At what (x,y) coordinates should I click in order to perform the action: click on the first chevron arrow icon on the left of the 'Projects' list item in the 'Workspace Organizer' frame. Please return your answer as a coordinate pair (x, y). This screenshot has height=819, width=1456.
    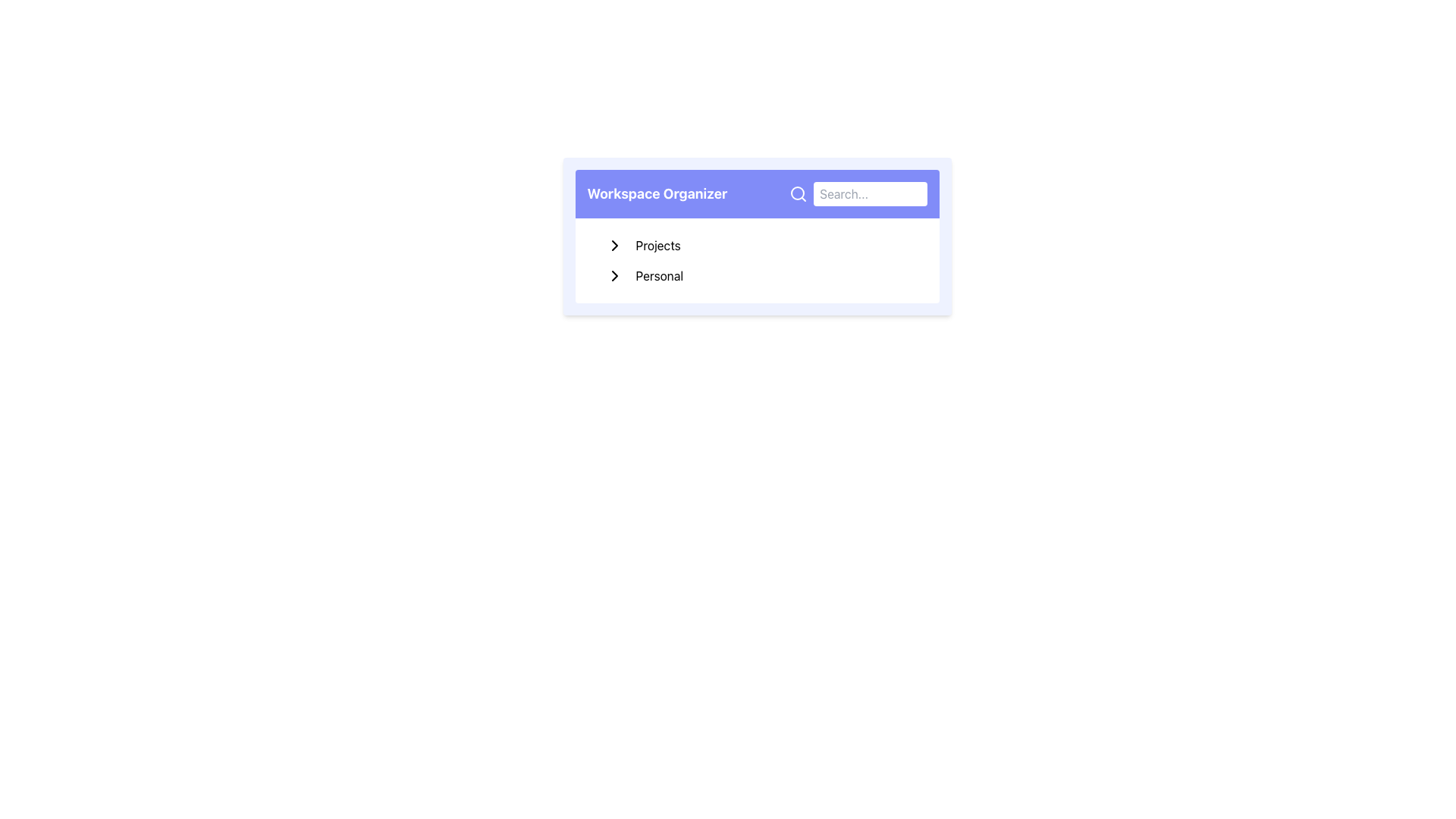
    Looking at the image, I should click on (614, 245).